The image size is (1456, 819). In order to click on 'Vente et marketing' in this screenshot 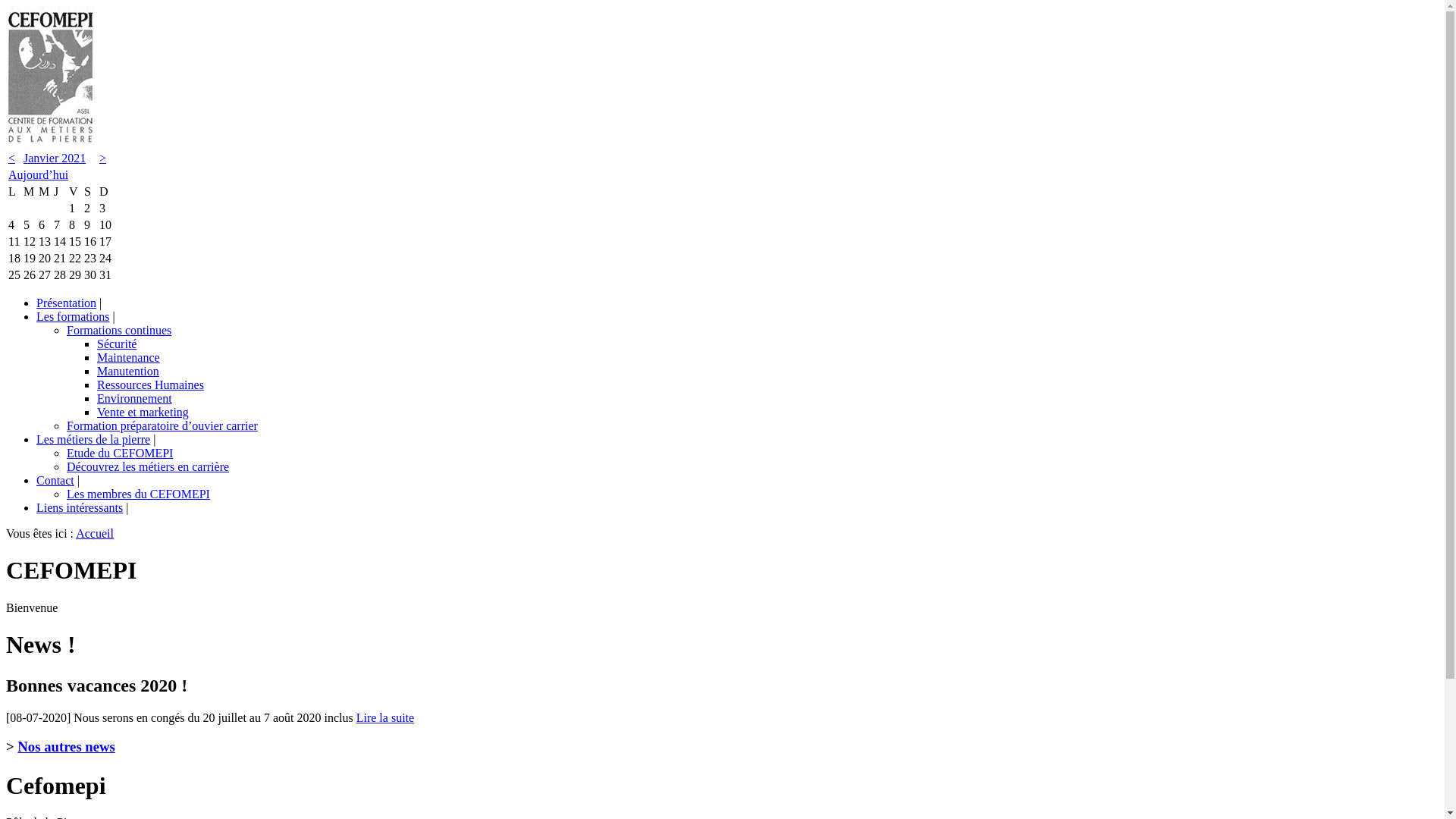, I will do `click(143, 412)`.